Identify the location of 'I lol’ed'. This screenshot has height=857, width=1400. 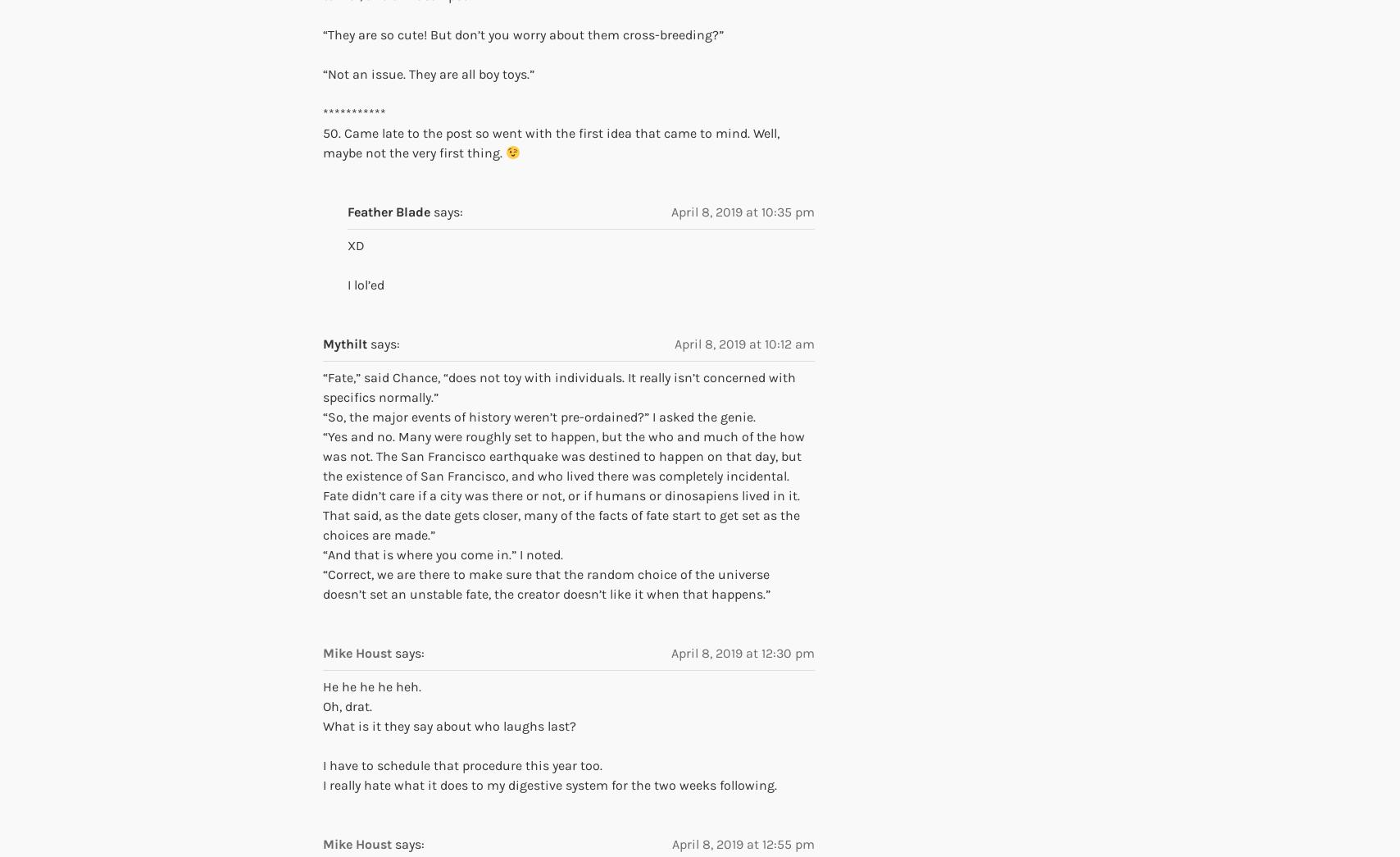
(366, 284).